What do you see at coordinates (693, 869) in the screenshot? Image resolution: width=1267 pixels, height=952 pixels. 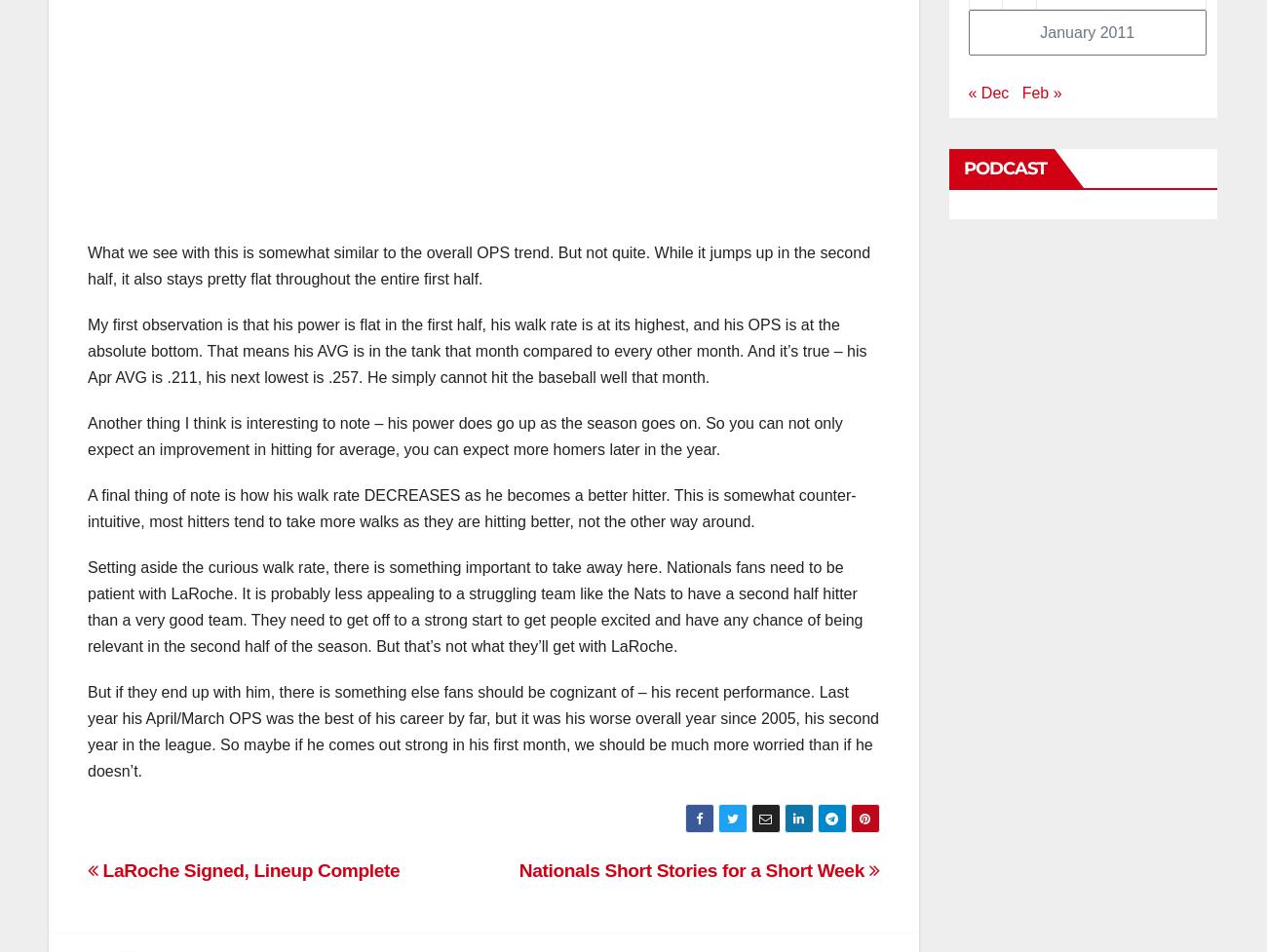 I see `'Nationals Short Stories for a Short Week'` at bounding box center [693, 869].